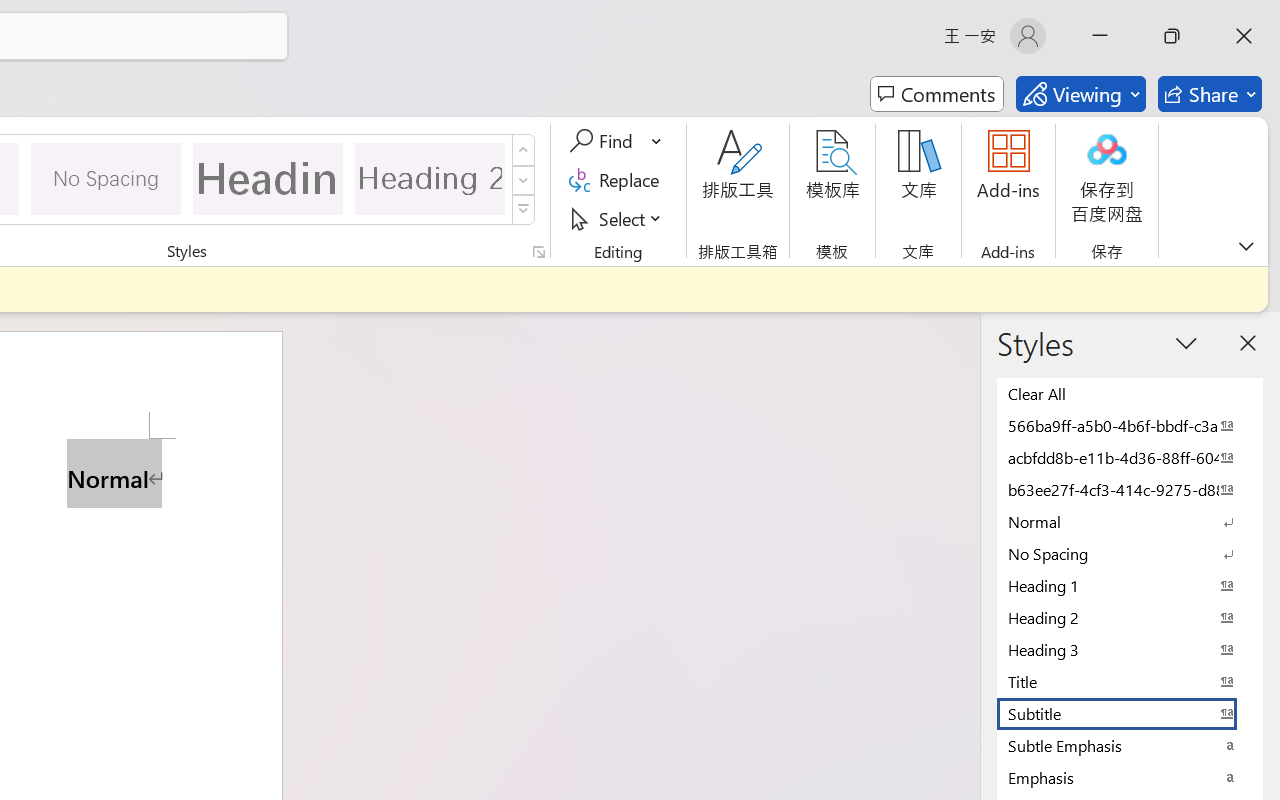 The width and height of the screenshot is (1280, 800). I want to click on 'Styles...', so click(538, 251).